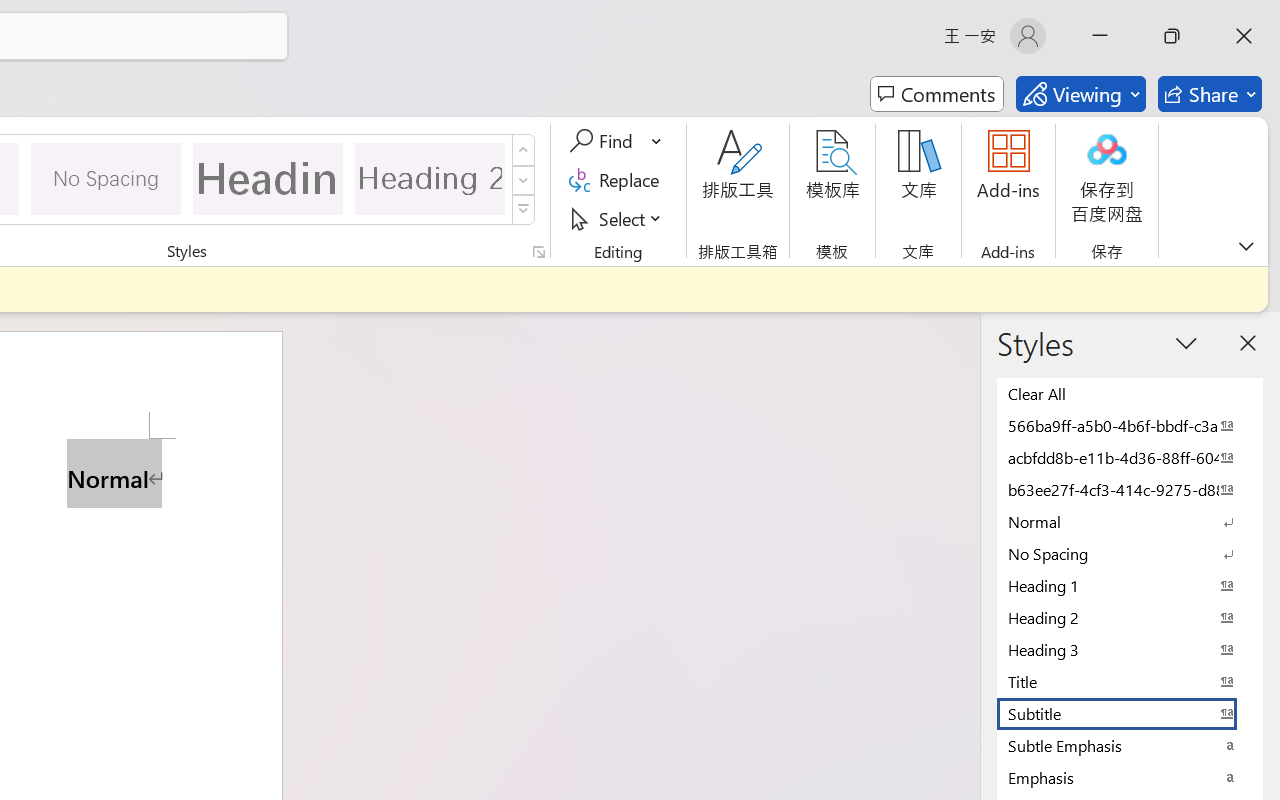 The width and height of the screenshot is (1280, 800). I want to click on 'Styles...', so click(538, 251).